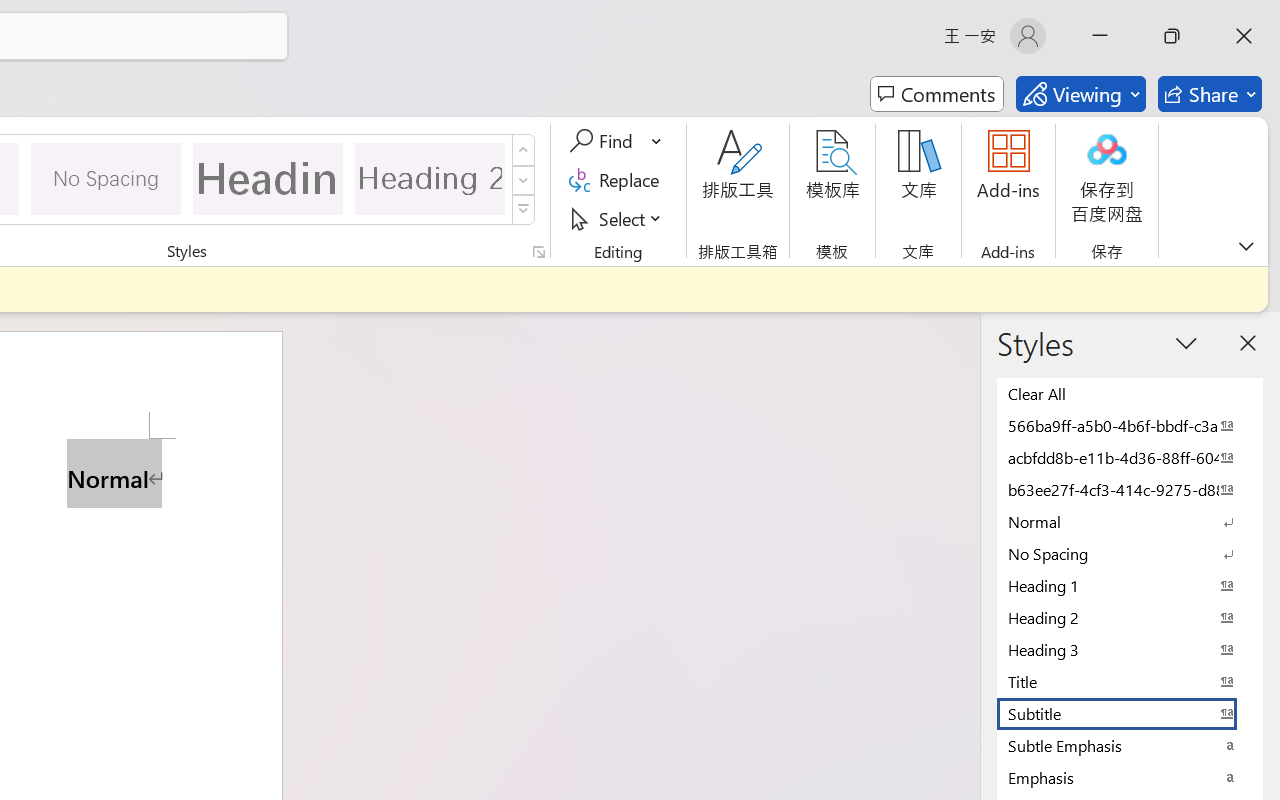 The width and height of the screenshot is (1280, 800). I want to click on 'Styles...', so click(538, 251).